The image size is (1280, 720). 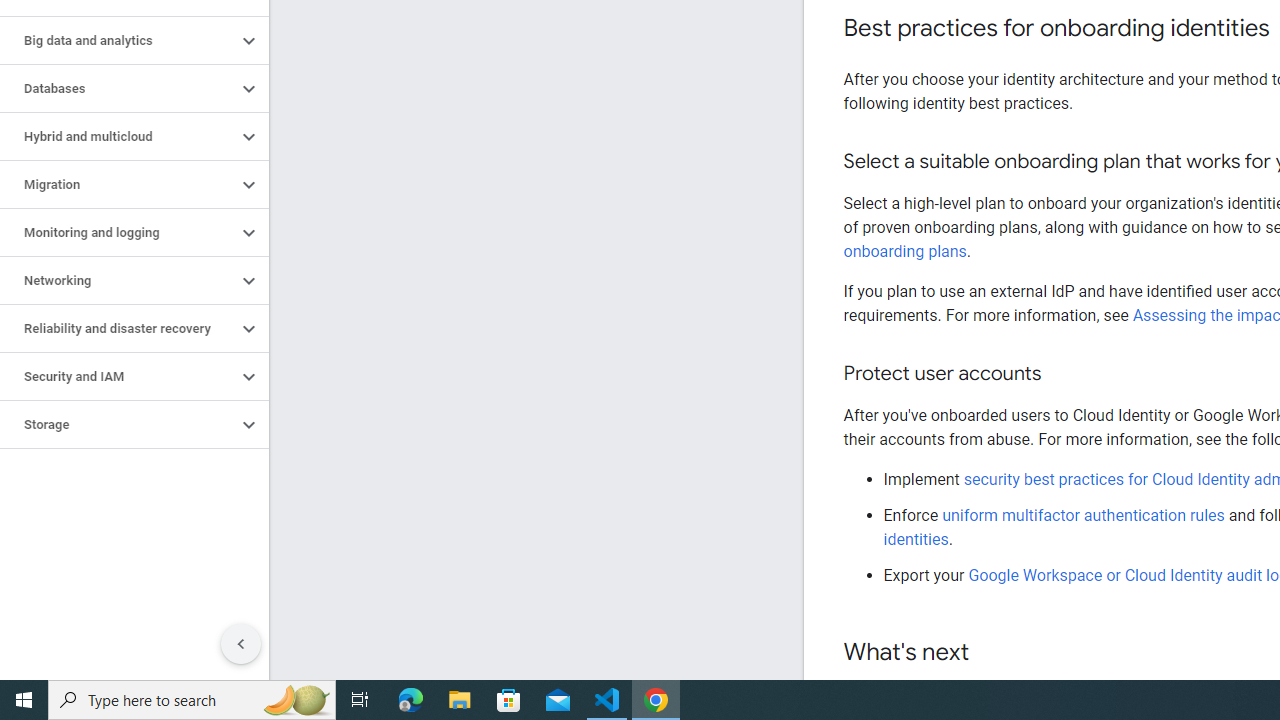 What do you see at coordinates (240, 644) in the screenshot?
I see `'Hide side navigation'` at bounding box center [240, 644].